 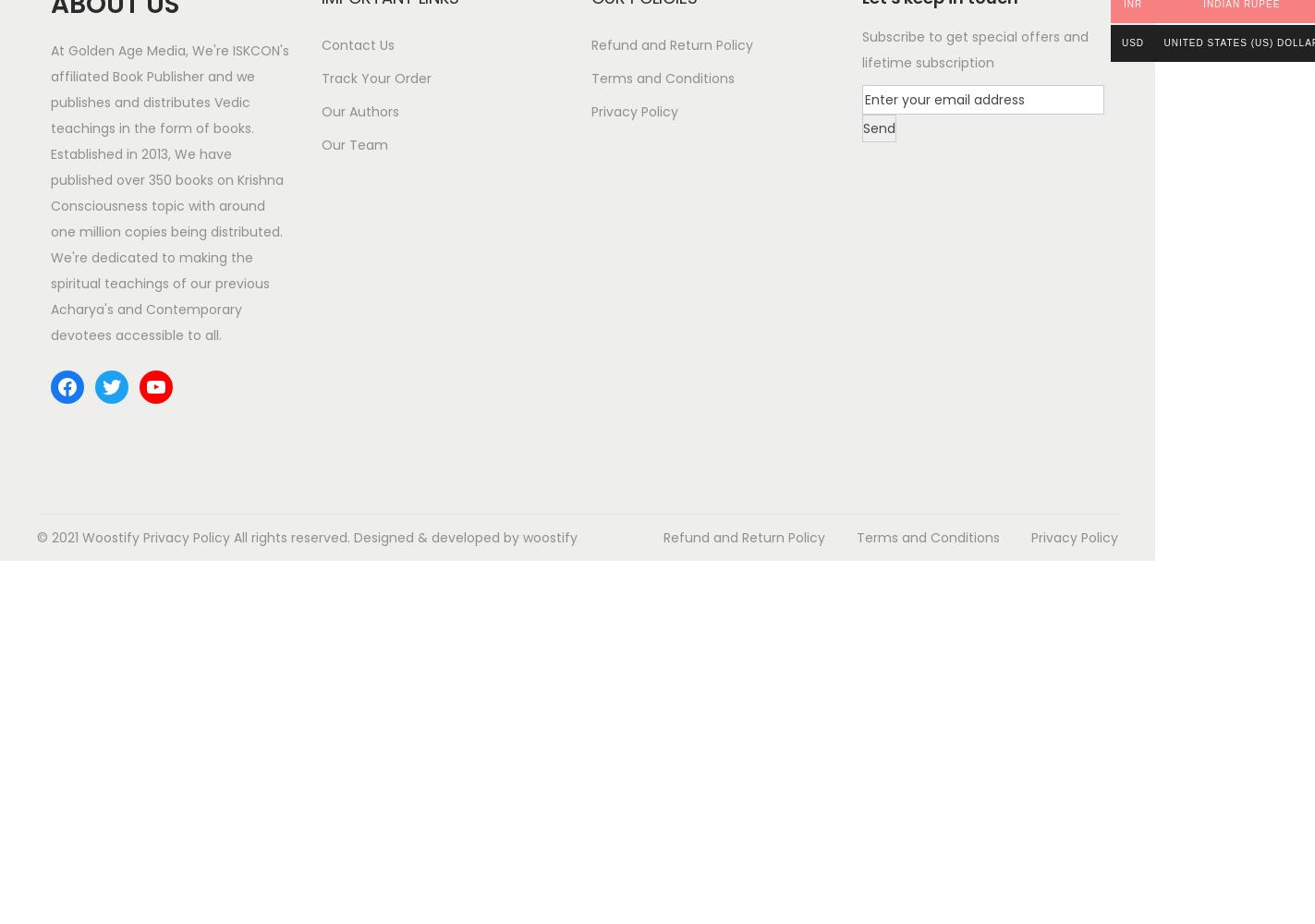 I want to click on 'All rights reserved. Designed & developed by woostify', so click(x=403, y=536).